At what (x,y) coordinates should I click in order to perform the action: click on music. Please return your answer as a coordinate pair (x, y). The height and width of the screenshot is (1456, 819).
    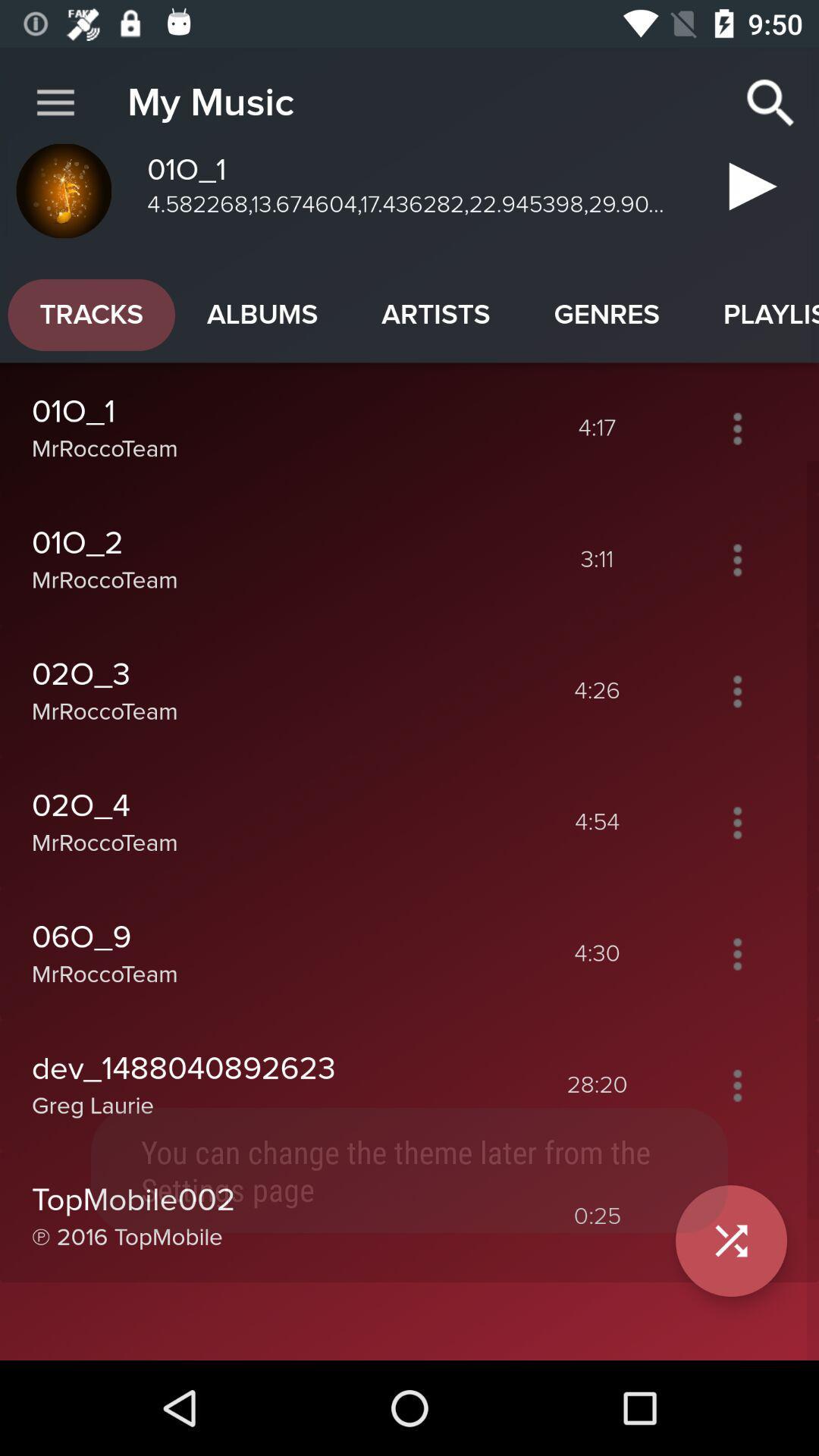
    Looking at the image, I should click on (746, 192).